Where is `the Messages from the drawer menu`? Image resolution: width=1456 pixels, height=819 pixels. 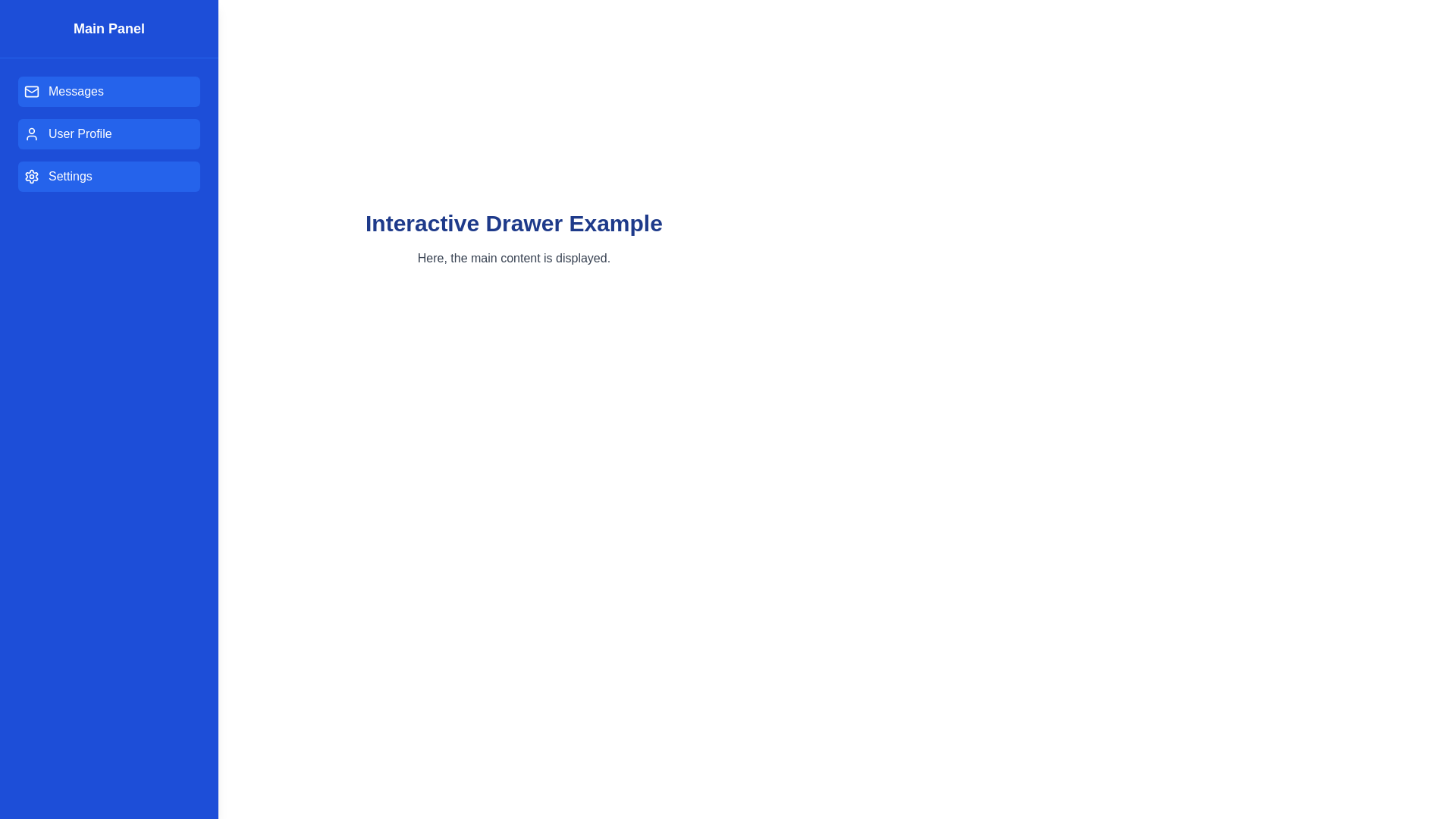
the Messages from the drawer menu is located at coordinates (108, 91).